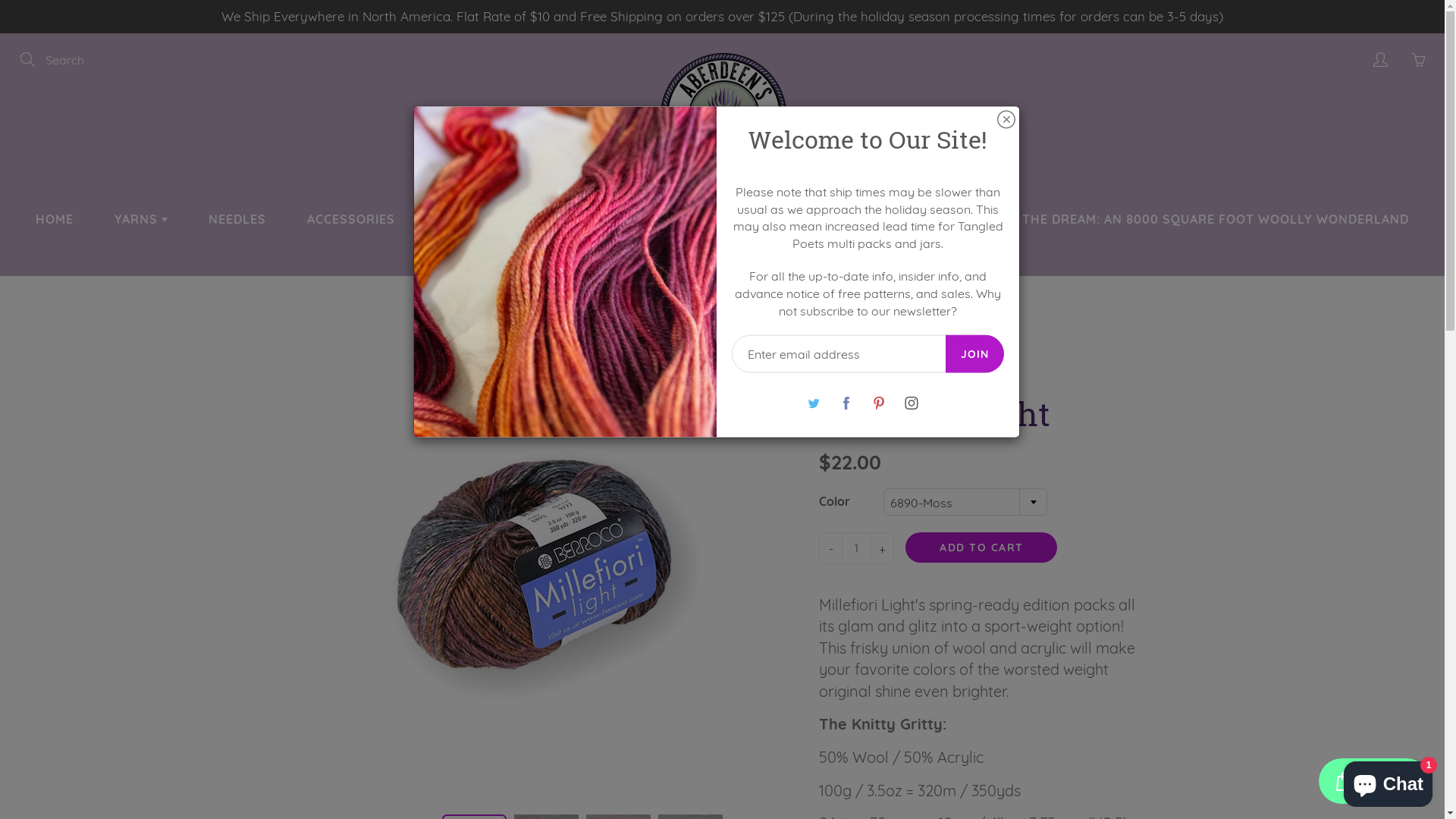 The height and width of the screenshot is (819, 1456). What do you see at coordinates (866, 402) in the screenshot?
I see `'Pinterest'` at bounding box center [866, 402].